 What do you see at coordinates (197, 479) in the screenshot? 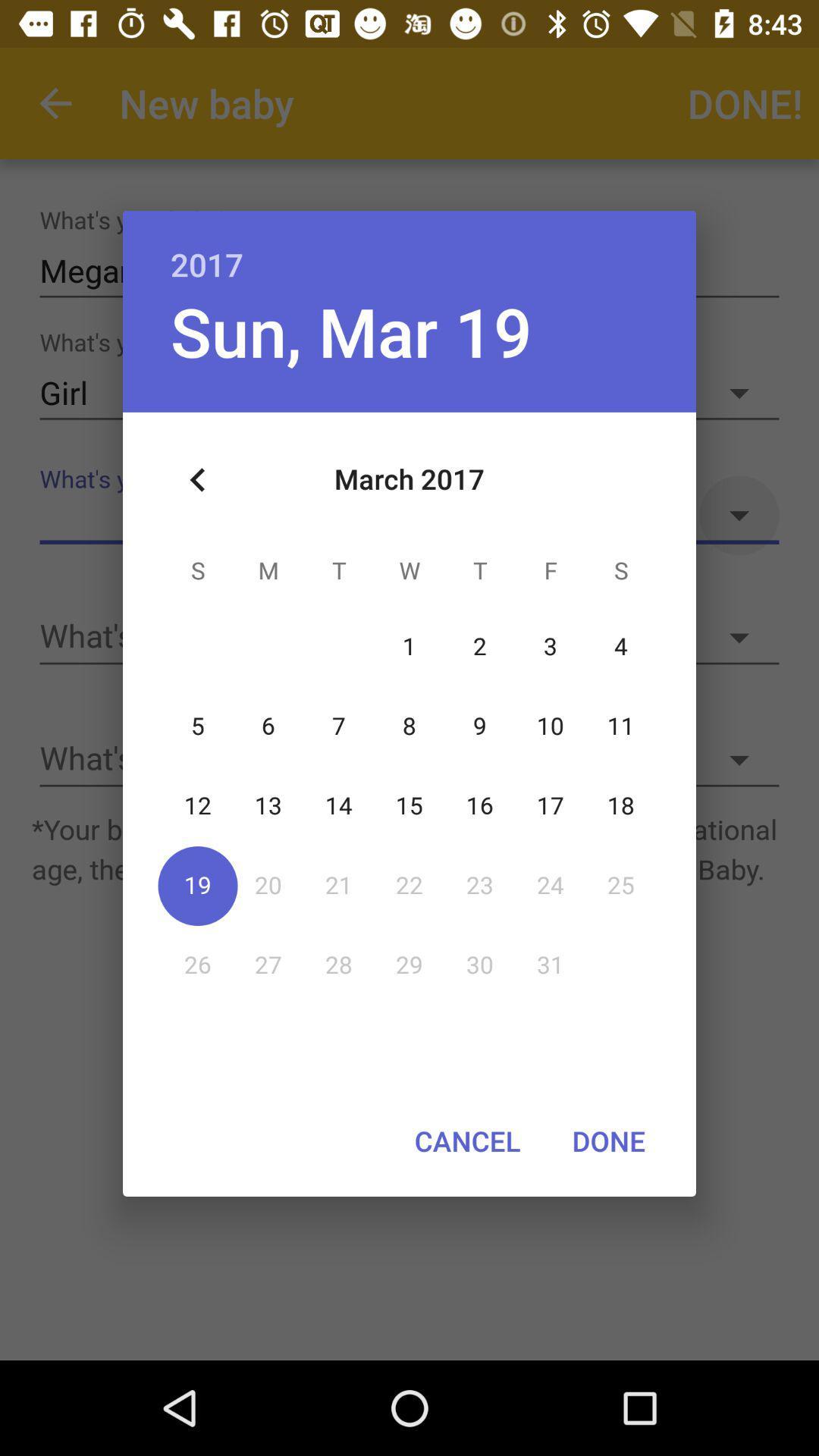
I see `icon below the sun, mar 19 icon` at bounding box center [197, 479].